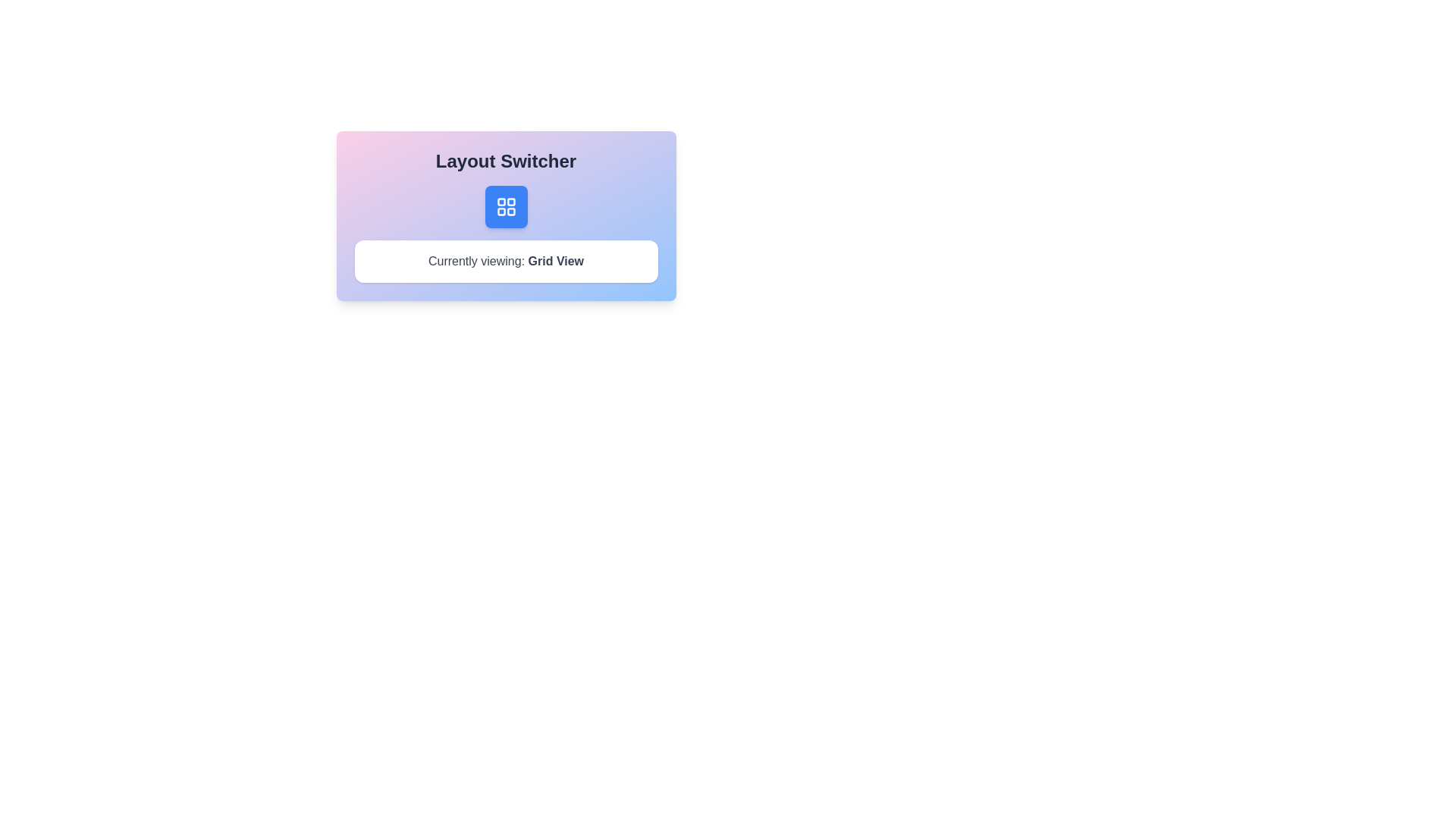  Describe the element at coordinates (506, 207) in the screenshot. I see `the button to observe its hover state effects` at that location.